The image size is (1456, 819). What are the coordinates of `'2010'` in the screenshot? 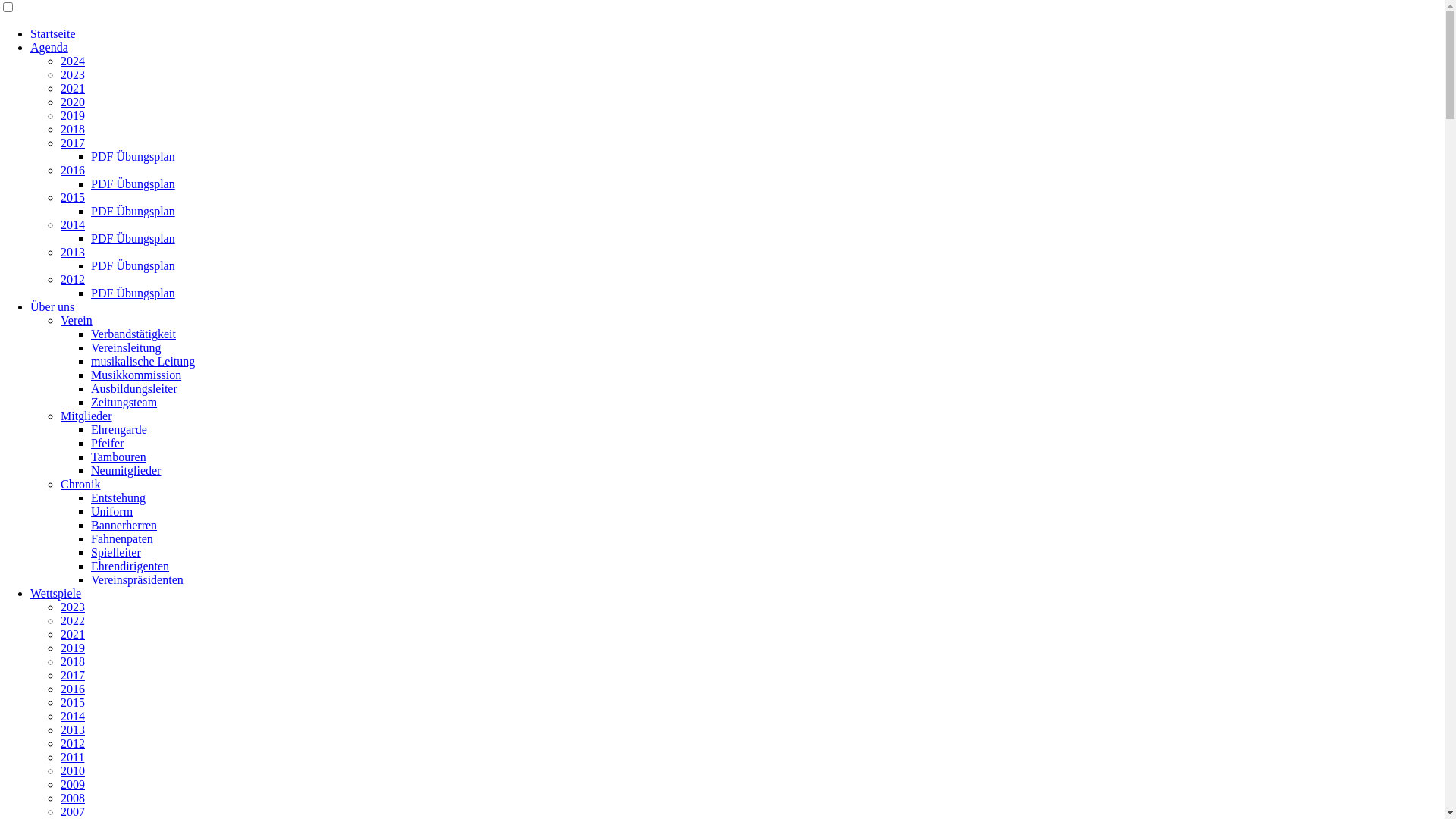 It's located at (72, 770).